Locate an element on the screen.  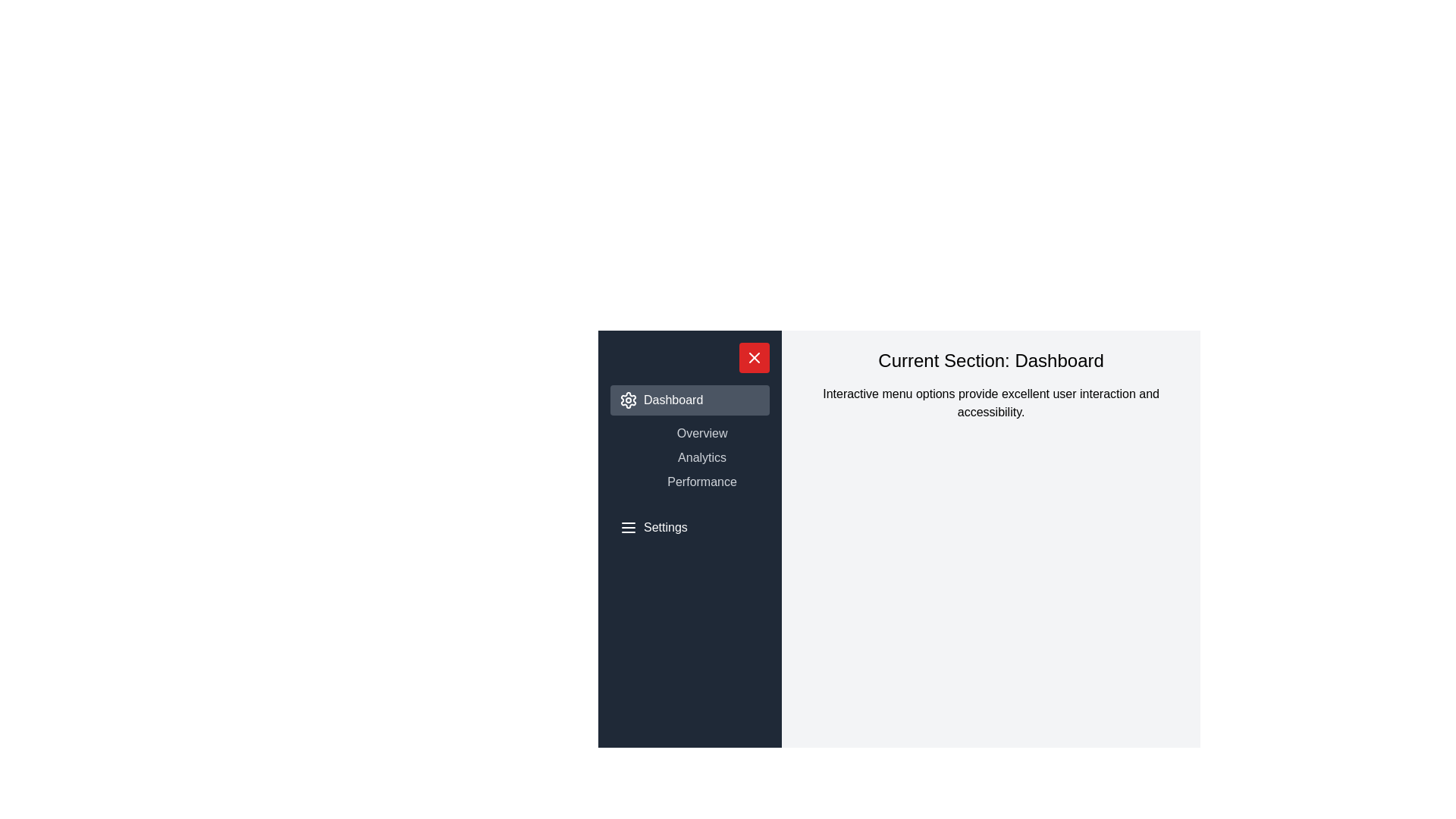
the text block providing descriptive information about the menu options, located below the heading 'Current Section: Dashboard' is located at coordinates (991, 403).